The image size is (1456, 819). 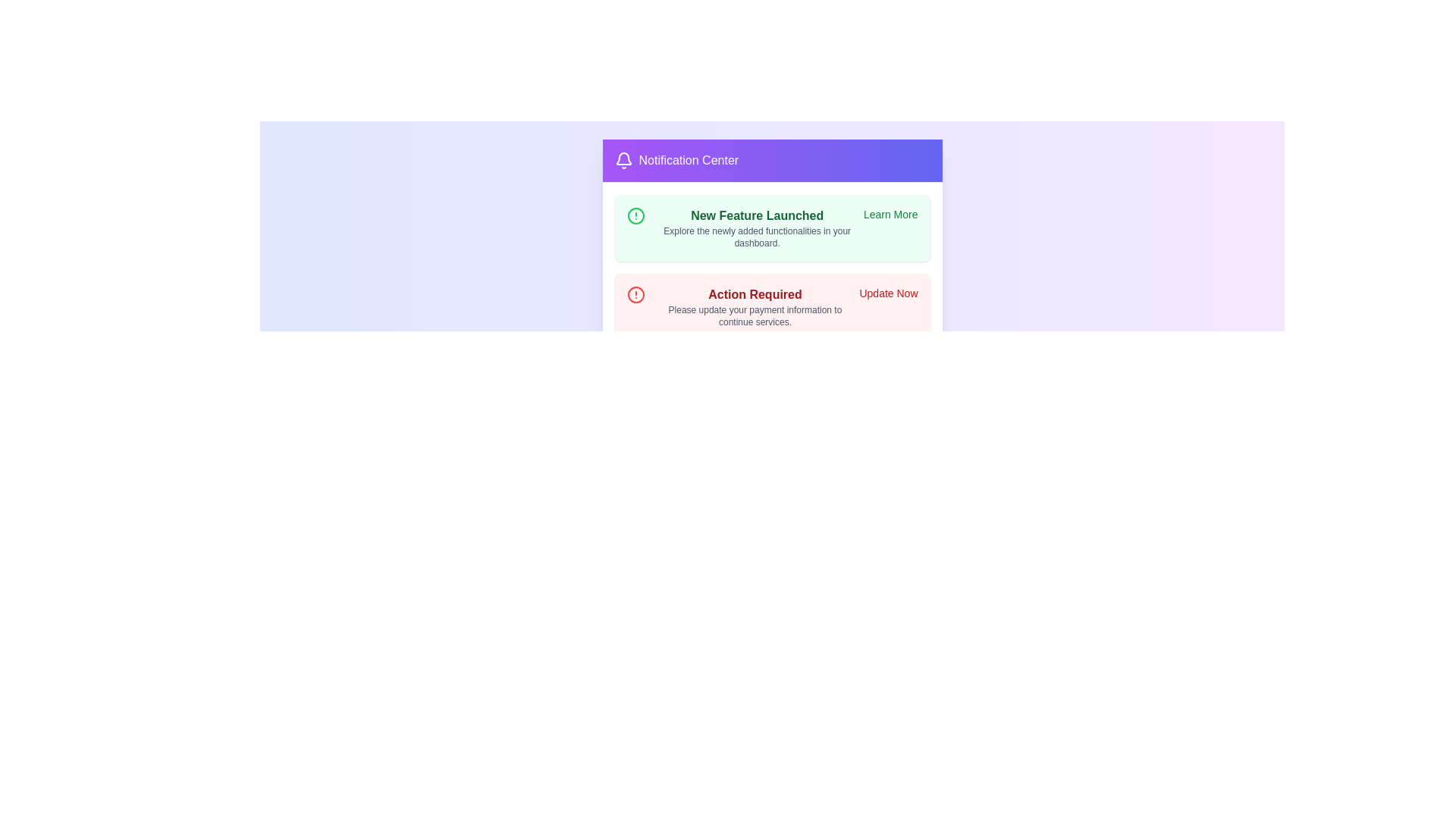 I want to click on the bell-shaped notification icon located to the left of the 'Notification Center' text within the purple header section, so click(x=623, y=161).